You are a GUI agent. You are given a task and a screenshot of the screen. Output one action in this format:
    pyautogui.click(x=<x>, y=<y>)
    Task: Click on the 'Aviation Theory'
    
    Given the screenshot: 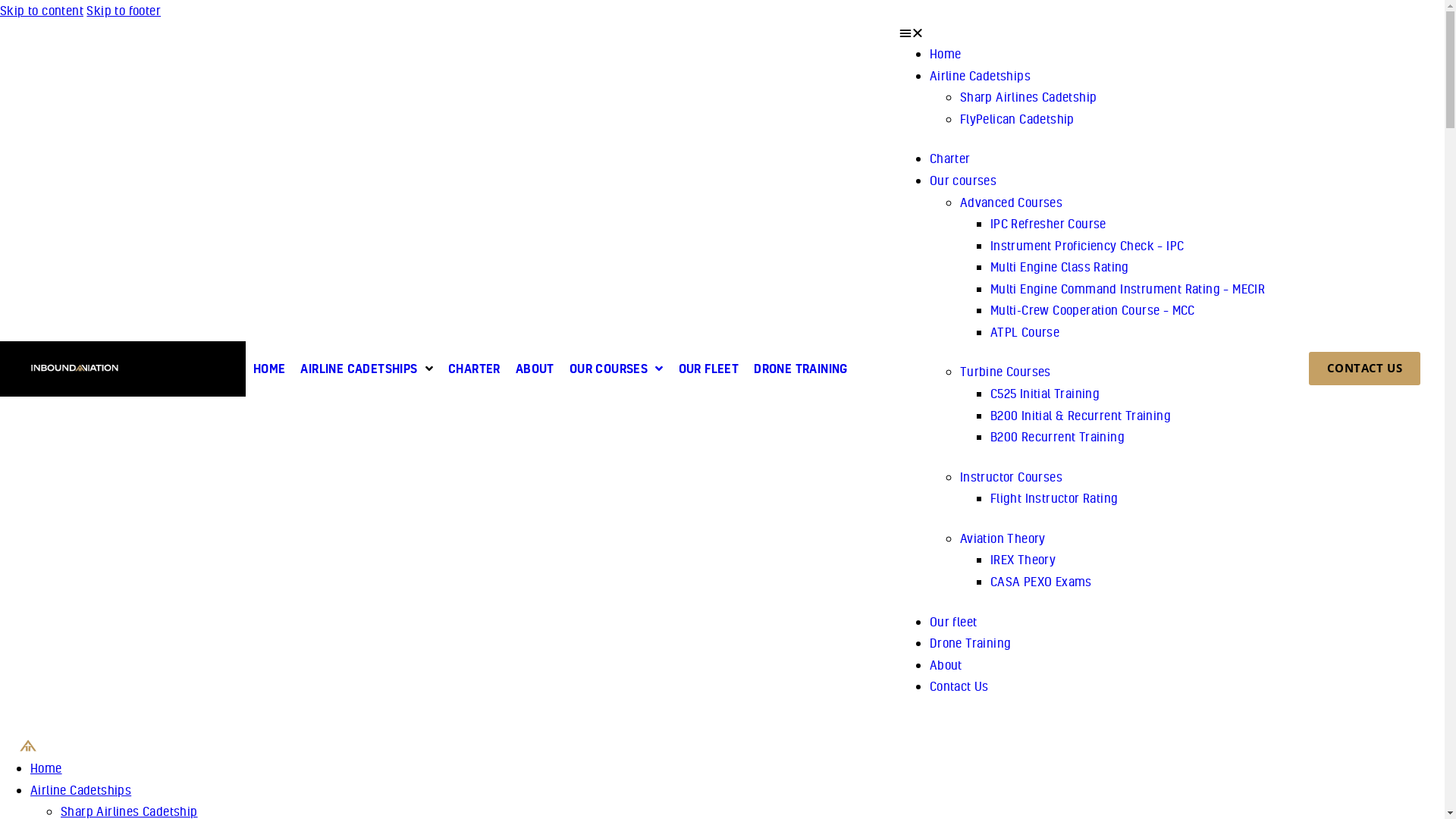 What is the action you would take?
    pyautogui.click(x=1003, y=537)
    